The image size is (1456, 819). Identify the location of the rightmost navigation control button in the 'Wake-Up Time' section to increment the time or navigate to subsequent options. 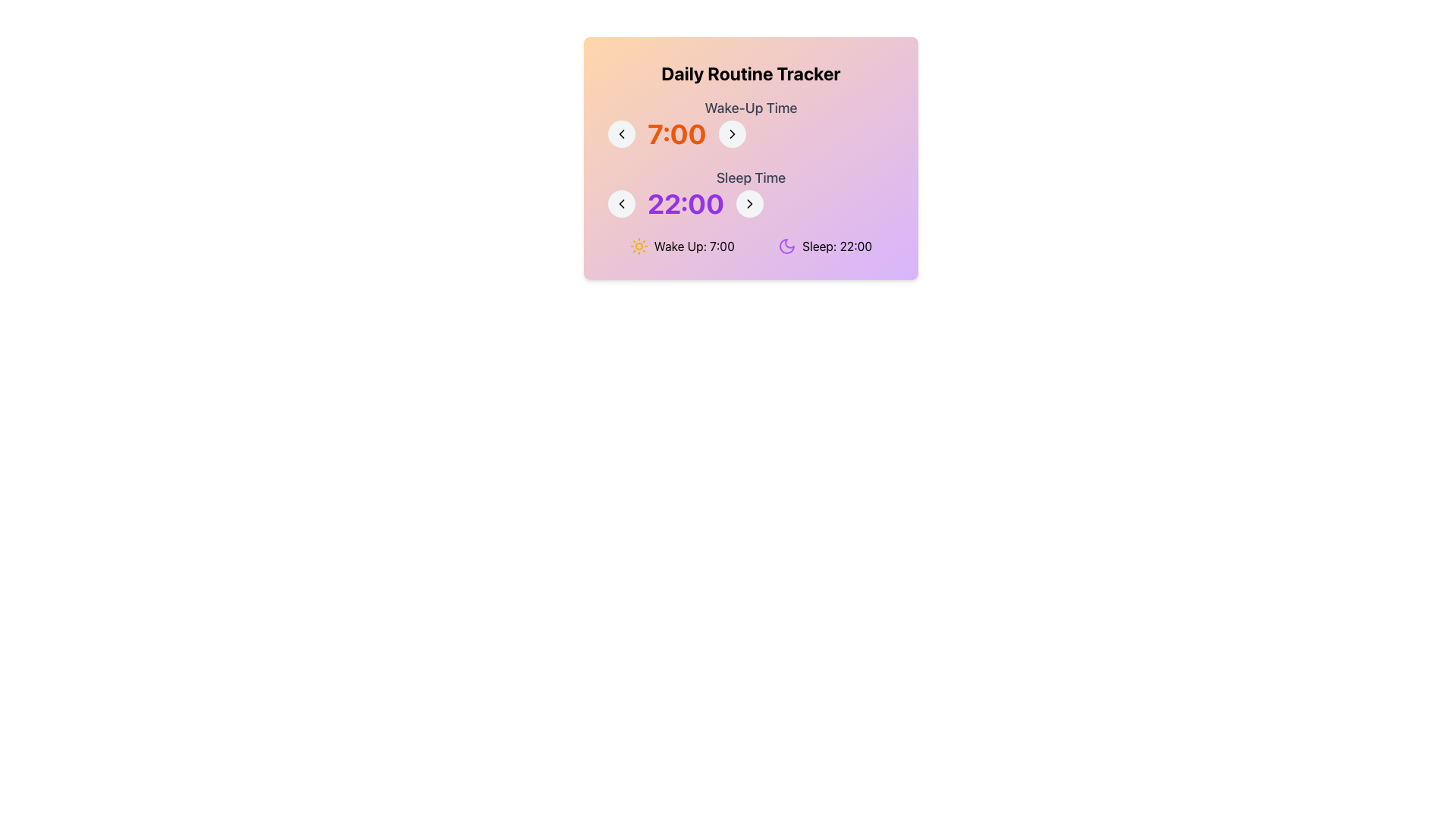
(732, 133).